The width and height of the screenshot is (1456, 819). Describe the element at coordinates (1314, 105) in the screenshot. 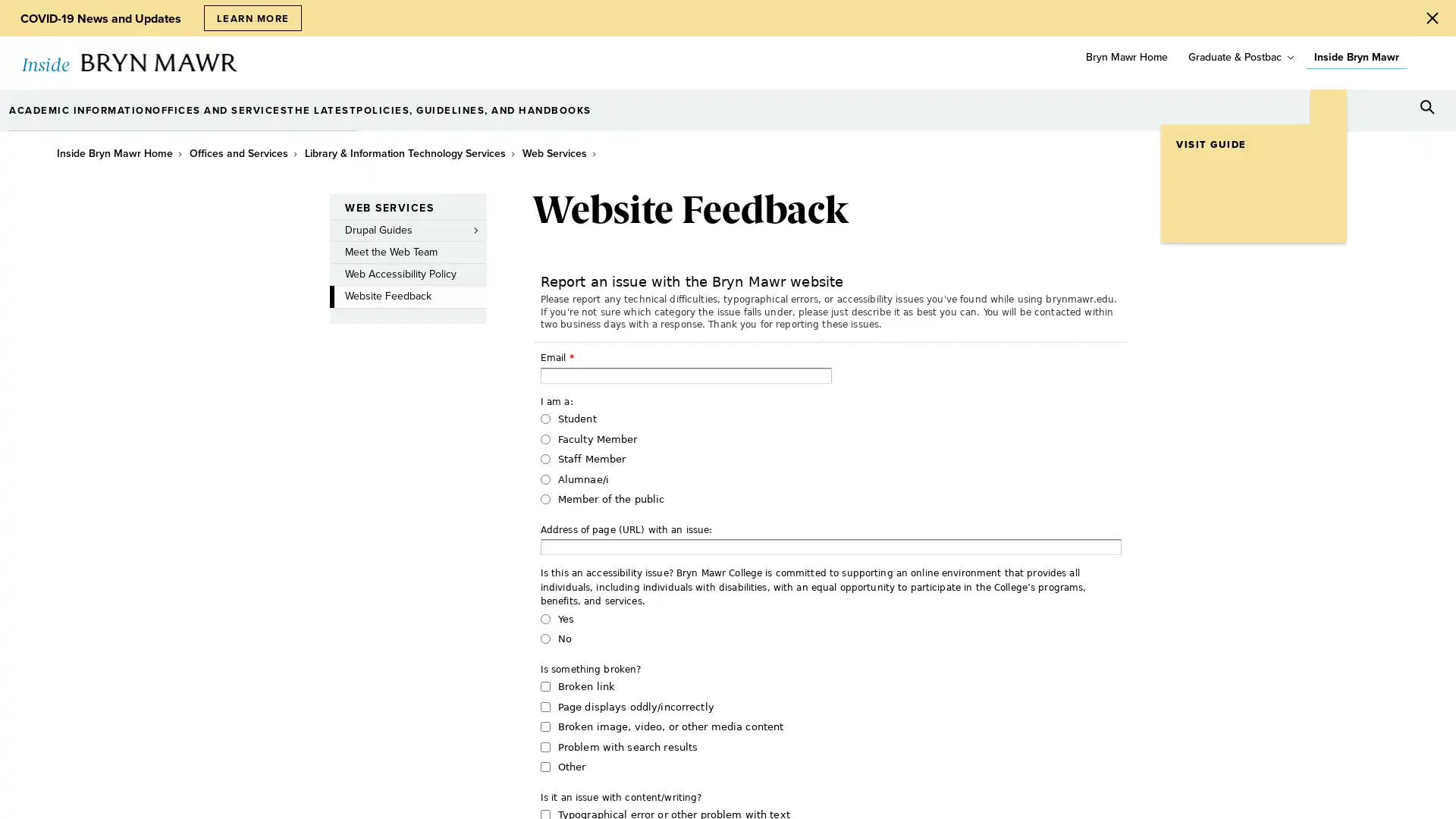

I see `Open Location menu` at that location.